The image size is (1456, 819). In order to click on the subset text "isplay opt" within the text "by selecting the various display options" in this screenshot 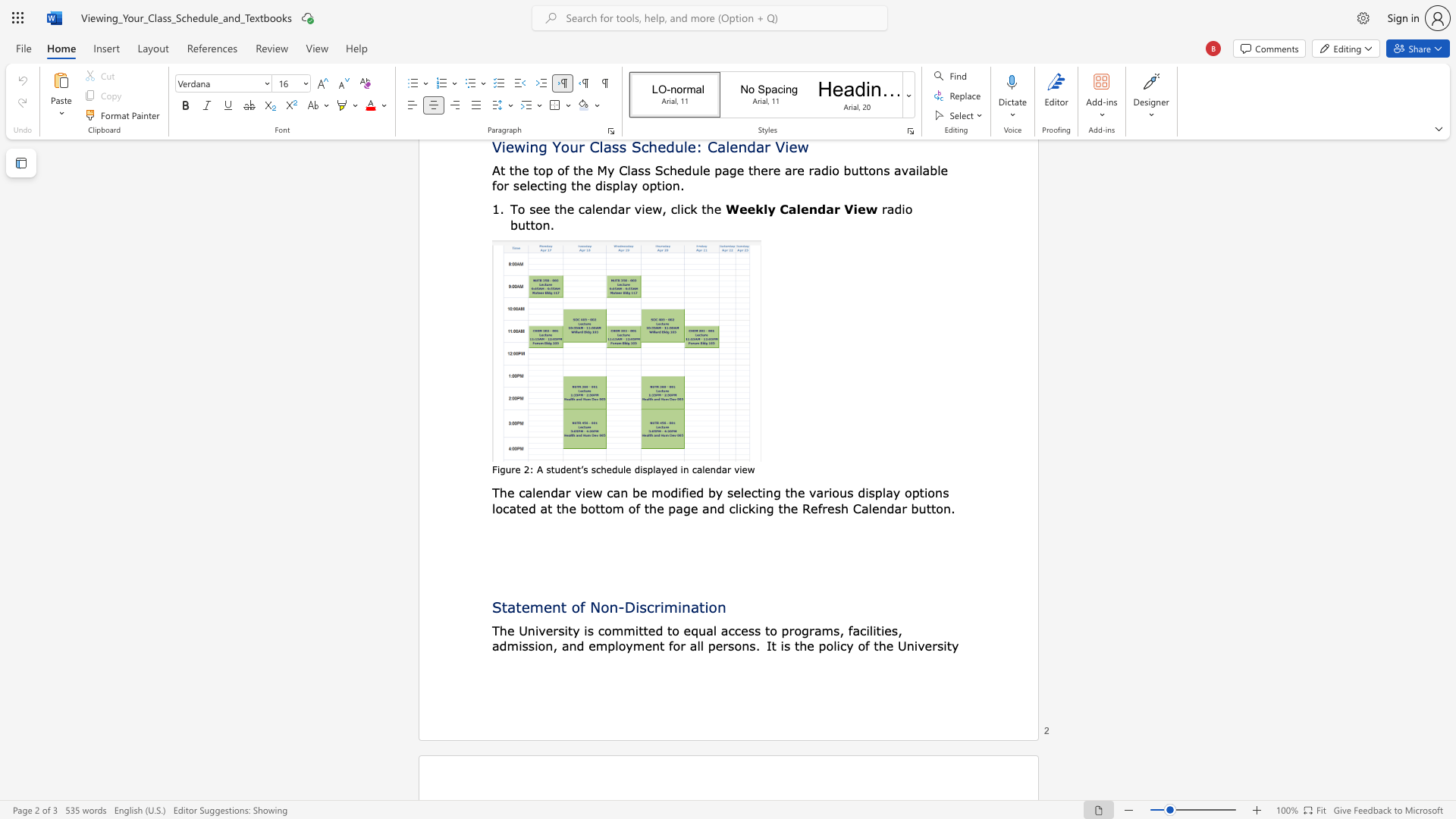, I will do `click(865, 492)`.